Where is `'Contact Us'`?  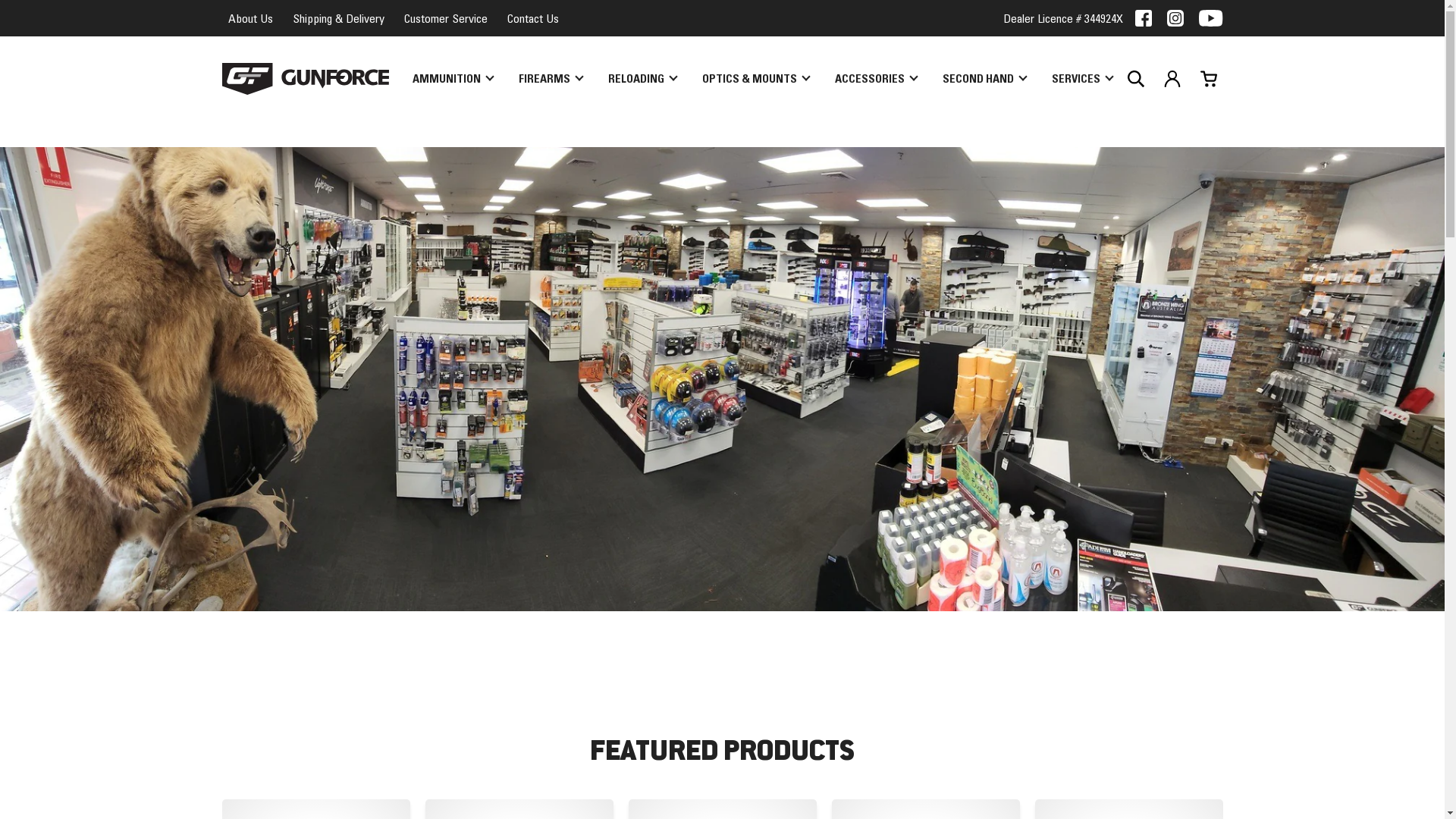
'Contact Us' is located at coordinates (532, 17).